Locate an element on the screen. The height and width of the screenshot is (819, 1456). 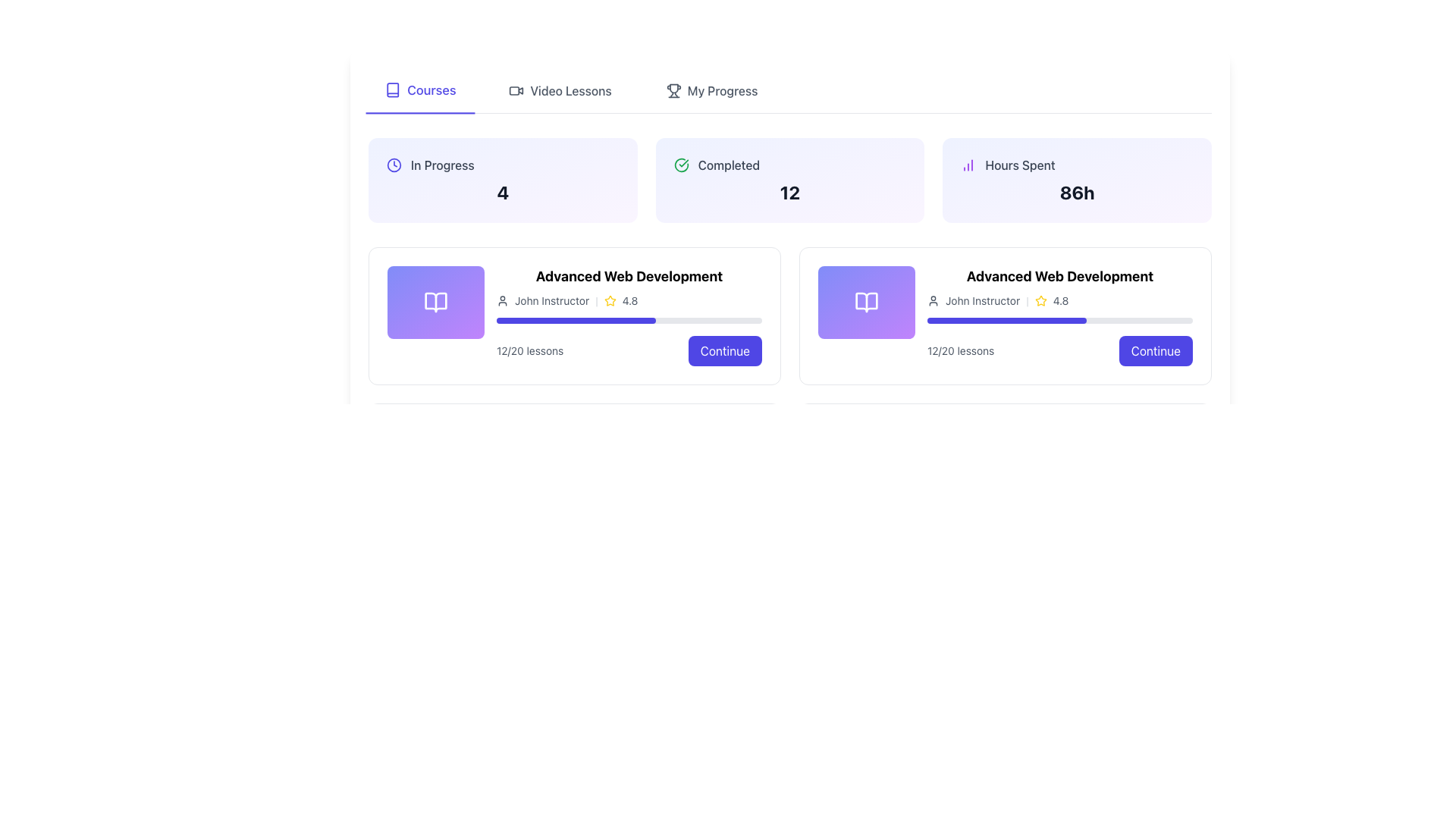
the video-related SVG icon located to the left of the 'Video Lessons' text is located at coordinates (516, 90).